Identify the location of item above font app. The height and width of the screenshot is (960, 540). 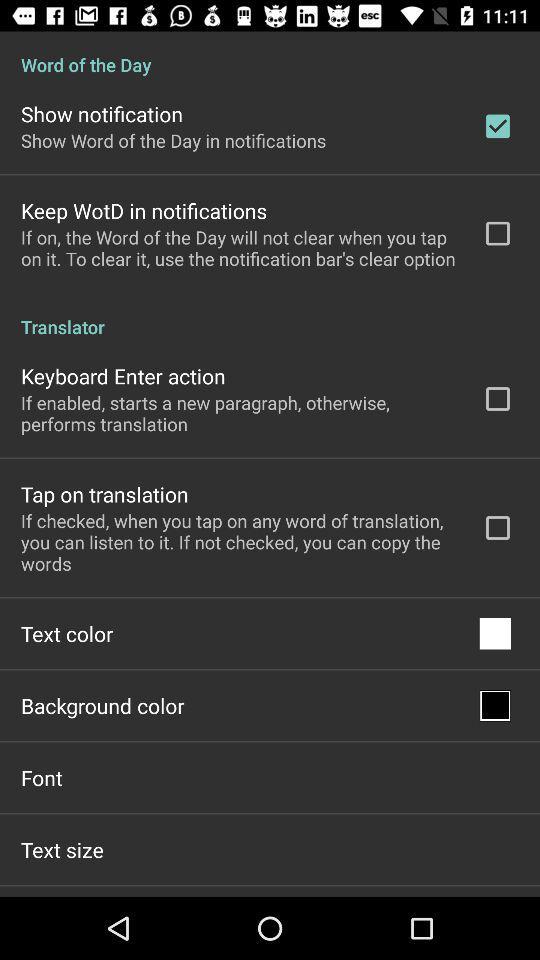
(102, 705).